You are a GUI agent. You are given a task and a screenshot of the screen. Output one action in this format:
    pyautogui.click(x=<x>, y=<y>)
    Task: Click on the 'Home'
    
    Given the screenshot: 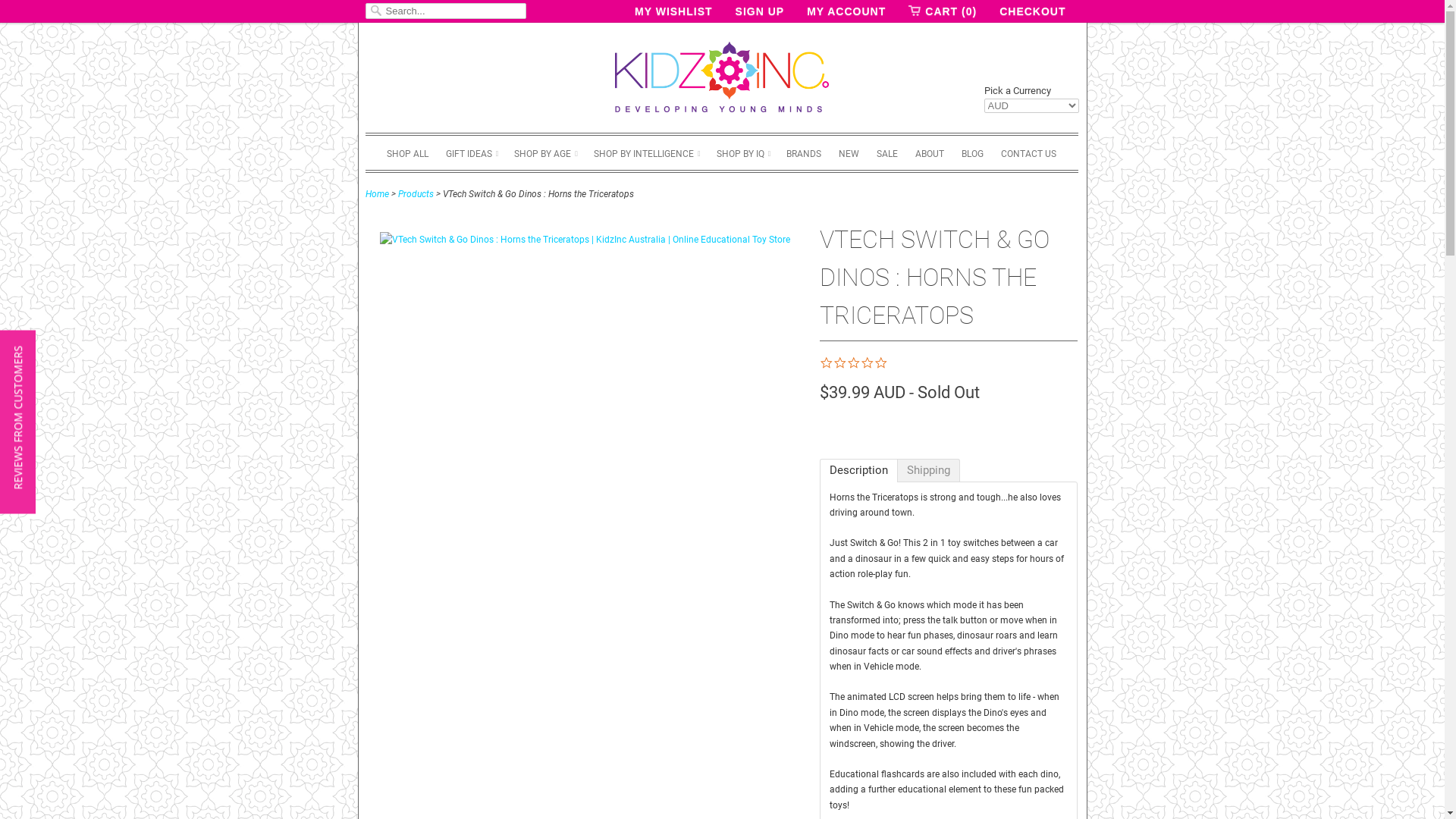 What is the action you would take?
    pyautogui.click(x=377, y=192)
    